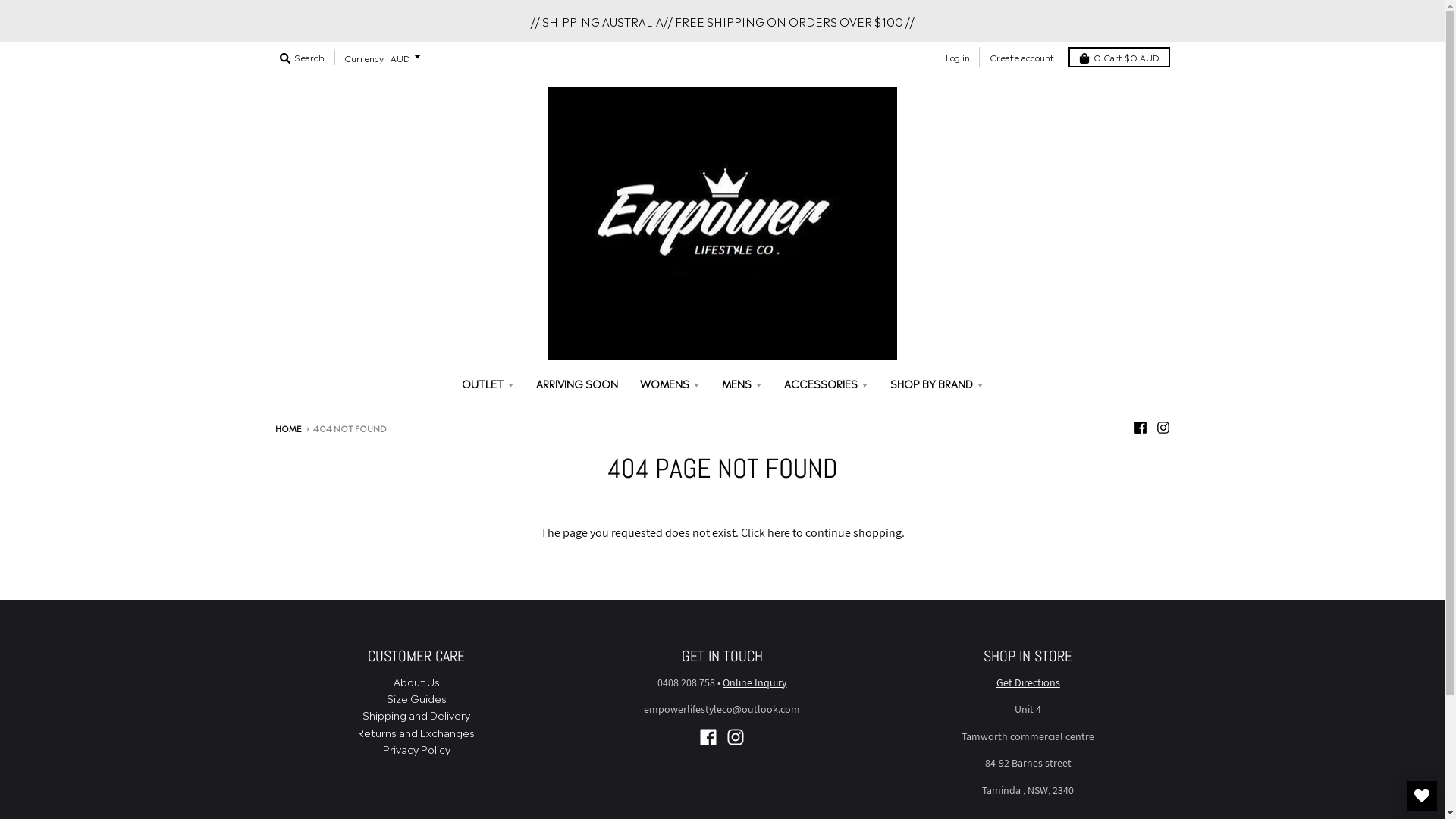 The width and height of the screenshot is (1456, 819). What do you see at coordinates (722, 681) in the screenshot?
I see `'Online Inquiry'` at bounding box center [722, 681].